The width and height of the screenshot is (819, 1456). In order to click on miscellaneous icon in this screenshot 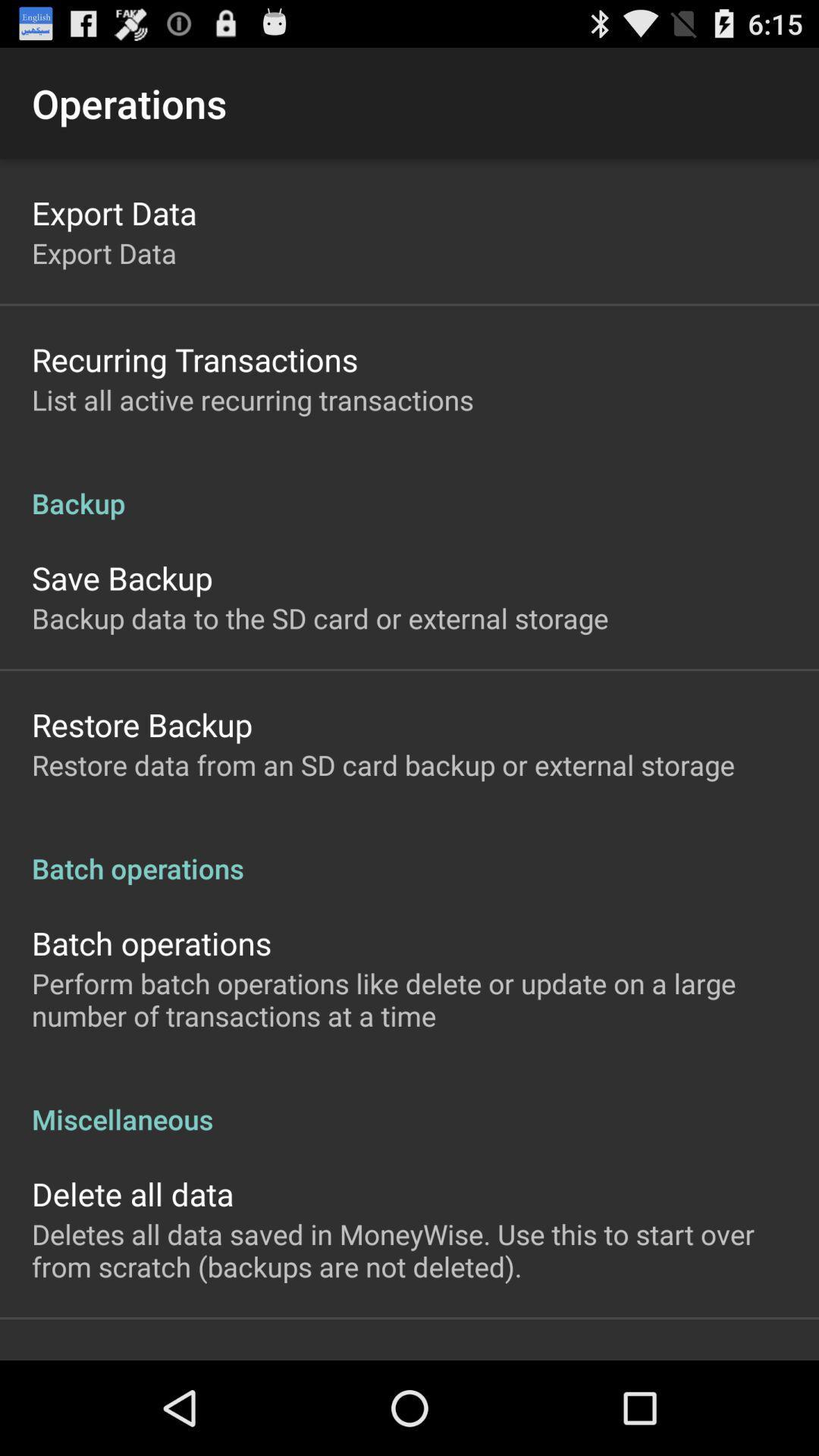, I will do `click(409, 1103)`.